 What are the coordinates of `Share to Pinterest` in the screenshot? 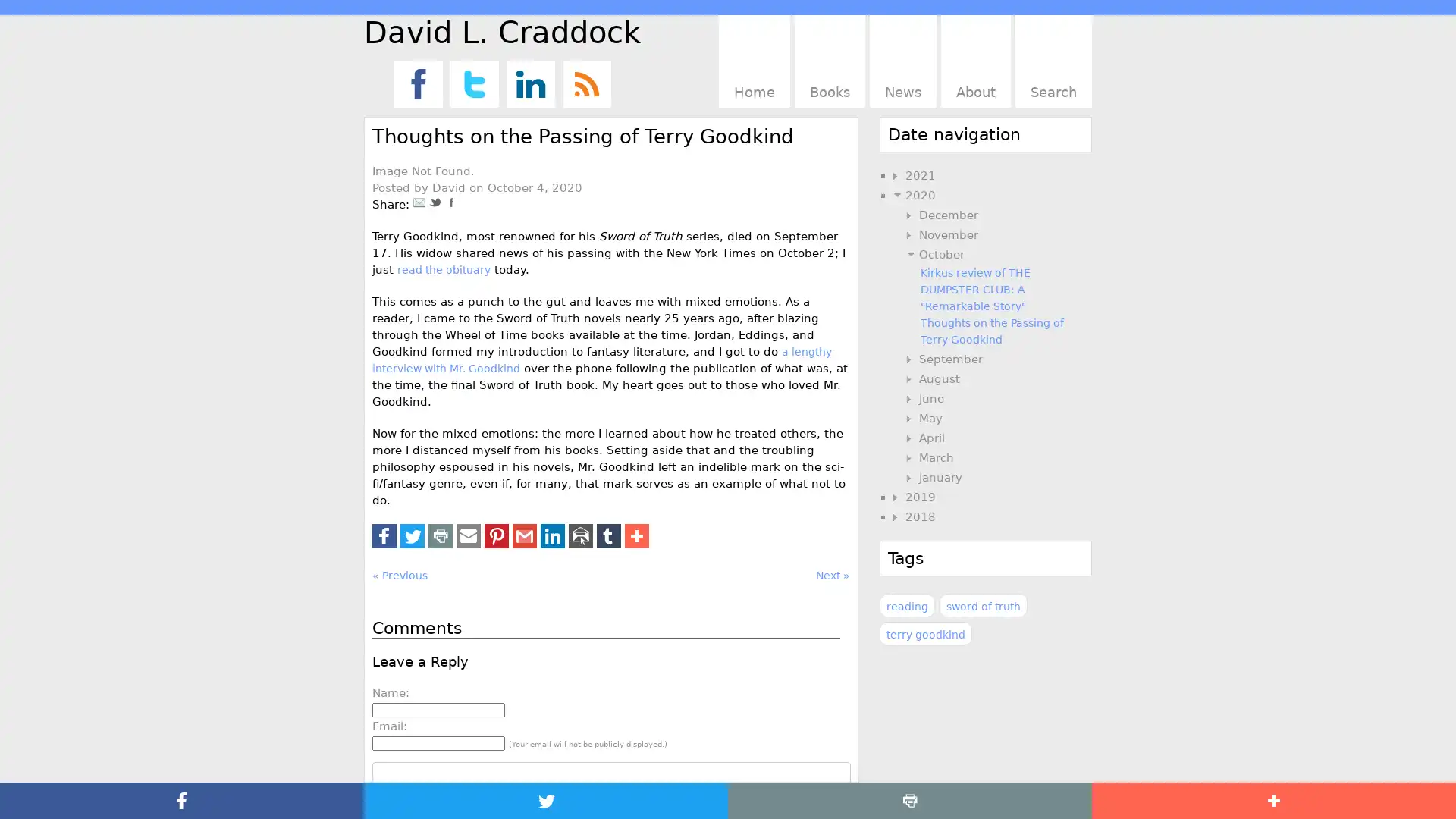 It's located at (496, 535).